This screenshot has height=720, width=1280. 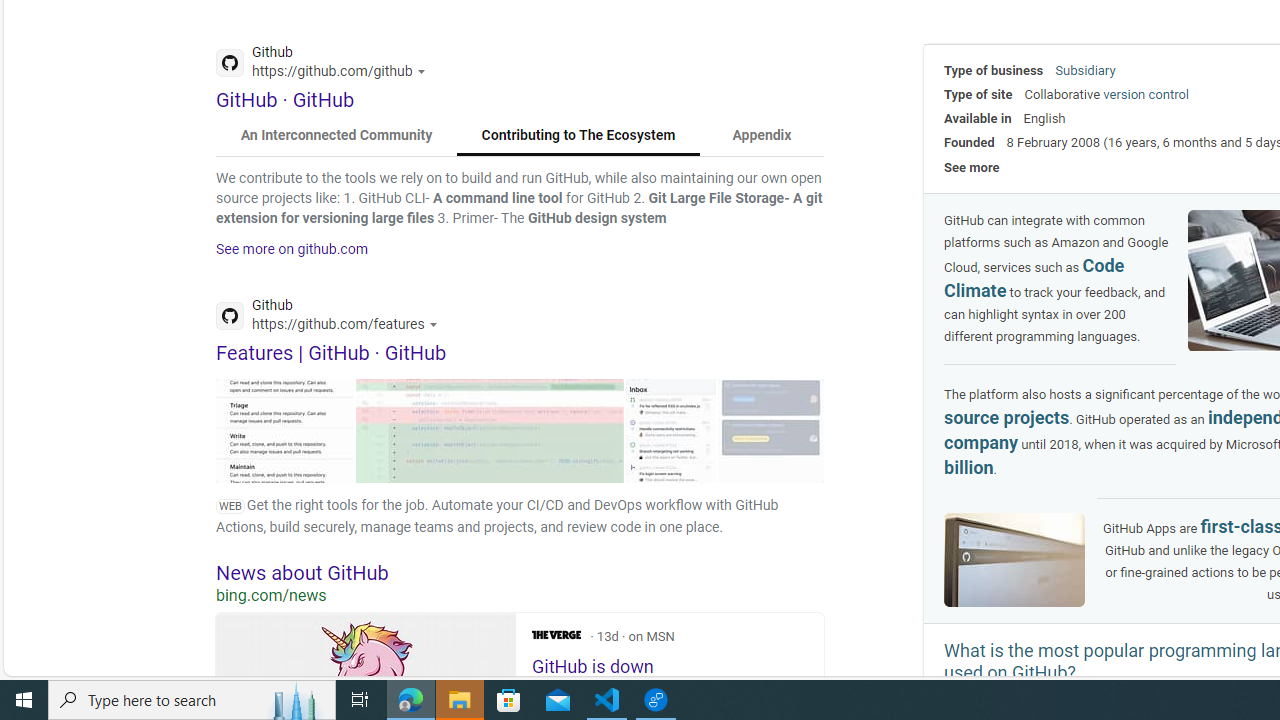 What do you see at coordinates (969, 141) in the screenshot?
I see `'Founded'` at bounding box center [969, 141].